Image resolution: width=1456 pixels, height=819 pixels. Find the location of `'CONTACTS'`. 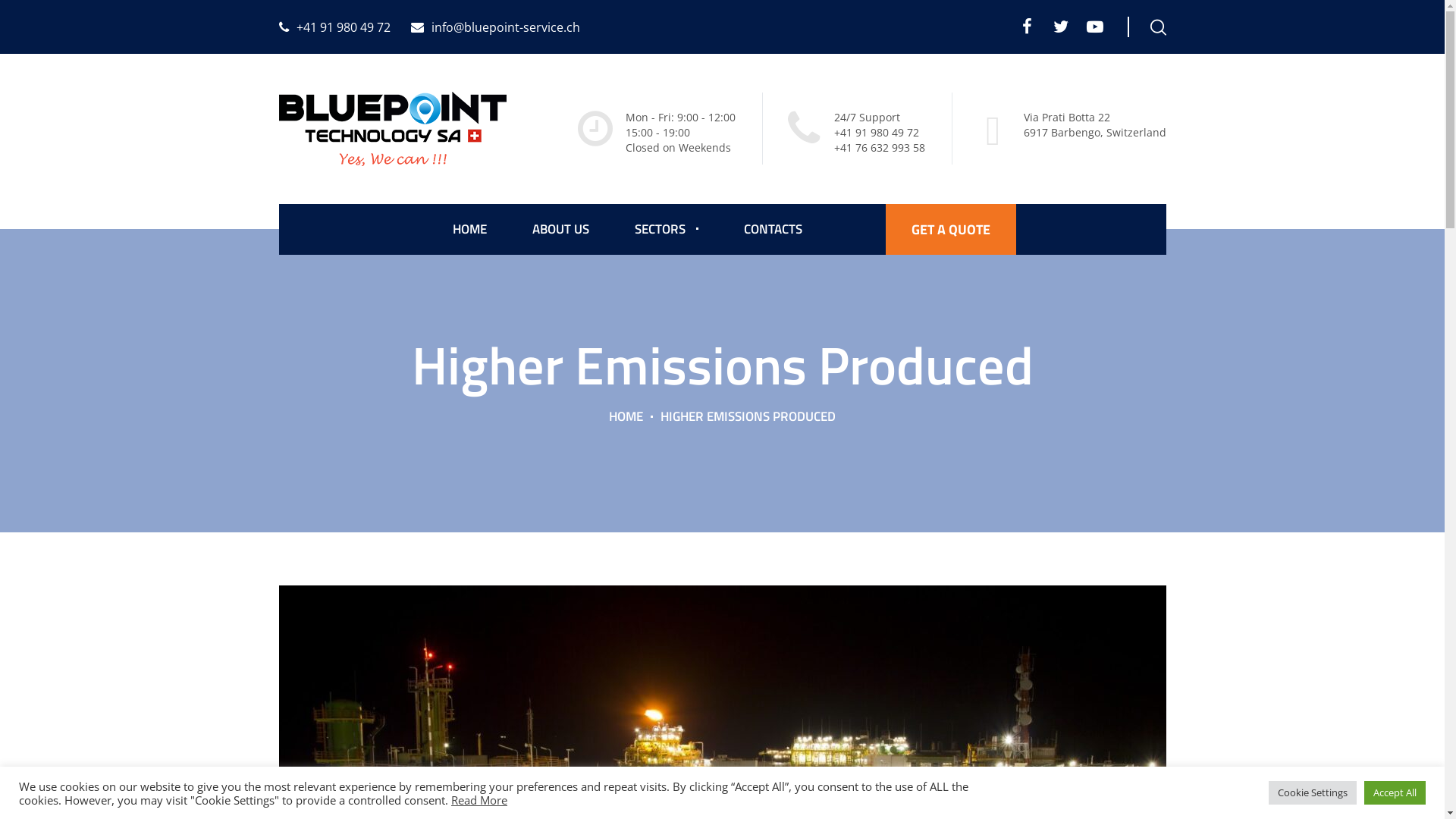

'CONTACTS' is located at coordinates (772, 229).